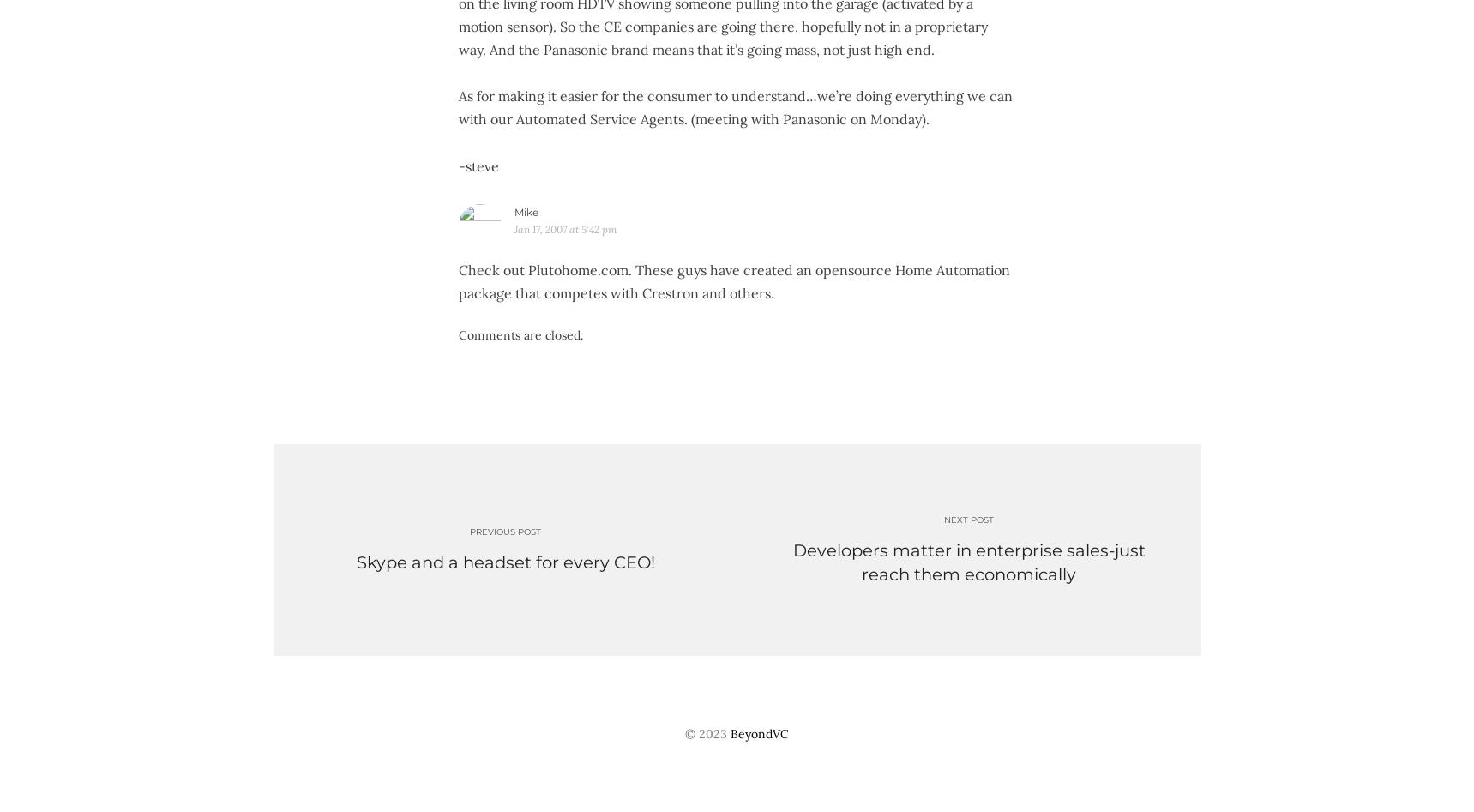 The width and height of the screenshot is (1474, 812). I want to click on '© 2023', so click(707, 732).